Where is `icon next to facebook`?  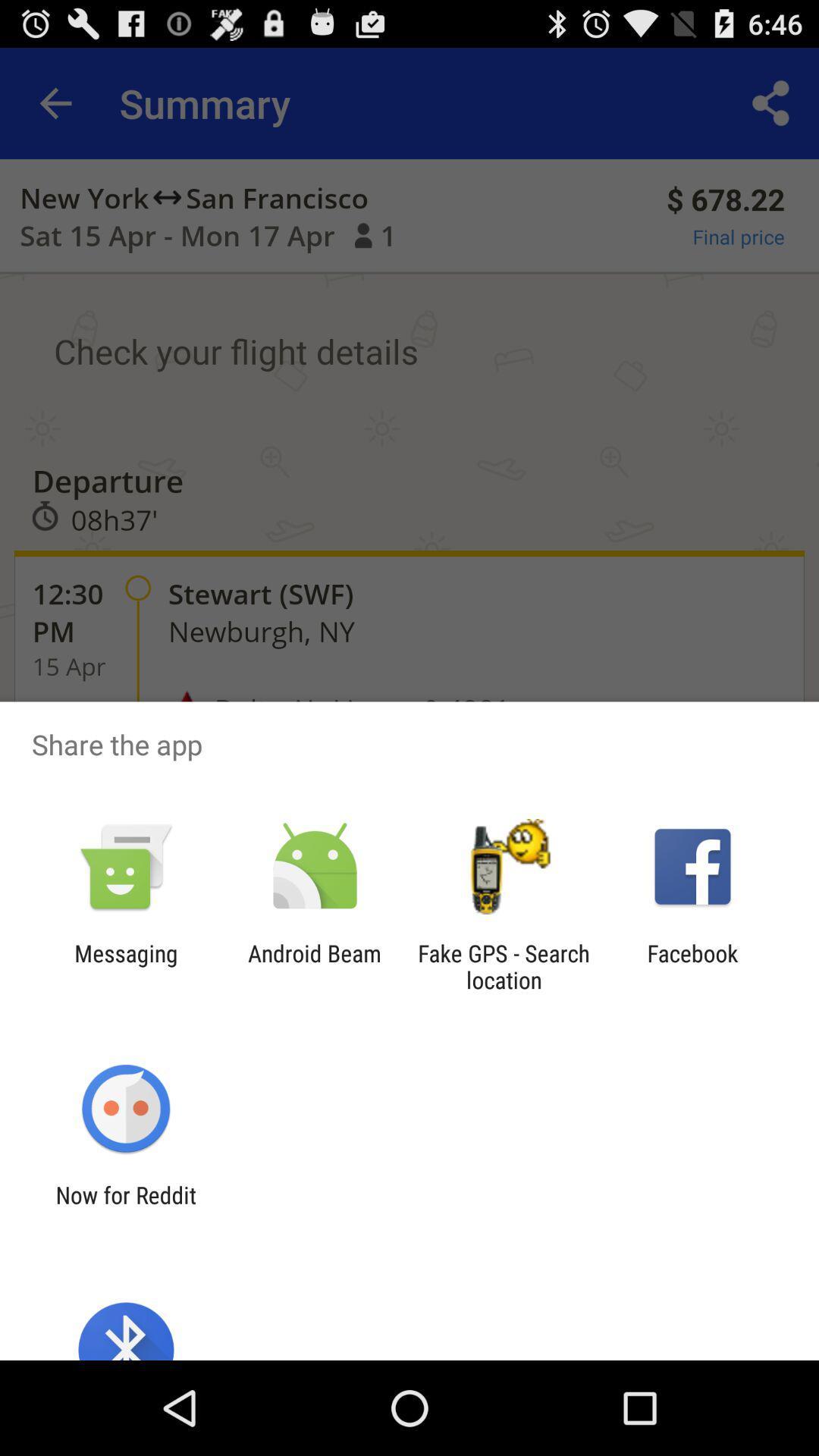 icon next to facebook is located at coordinates (504, 966).